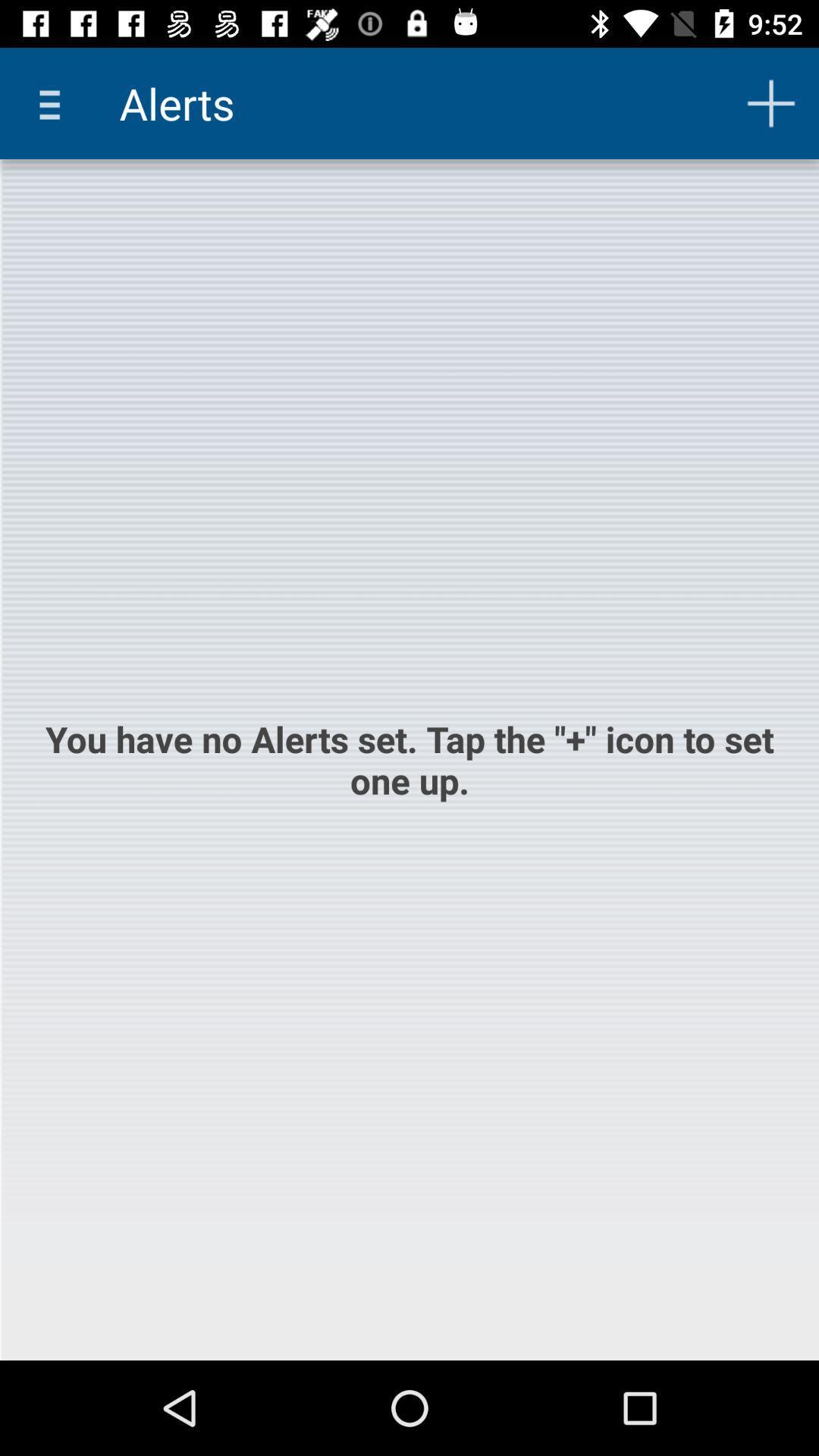  I want to click on the icon above the you have no item, so click(771, 102).